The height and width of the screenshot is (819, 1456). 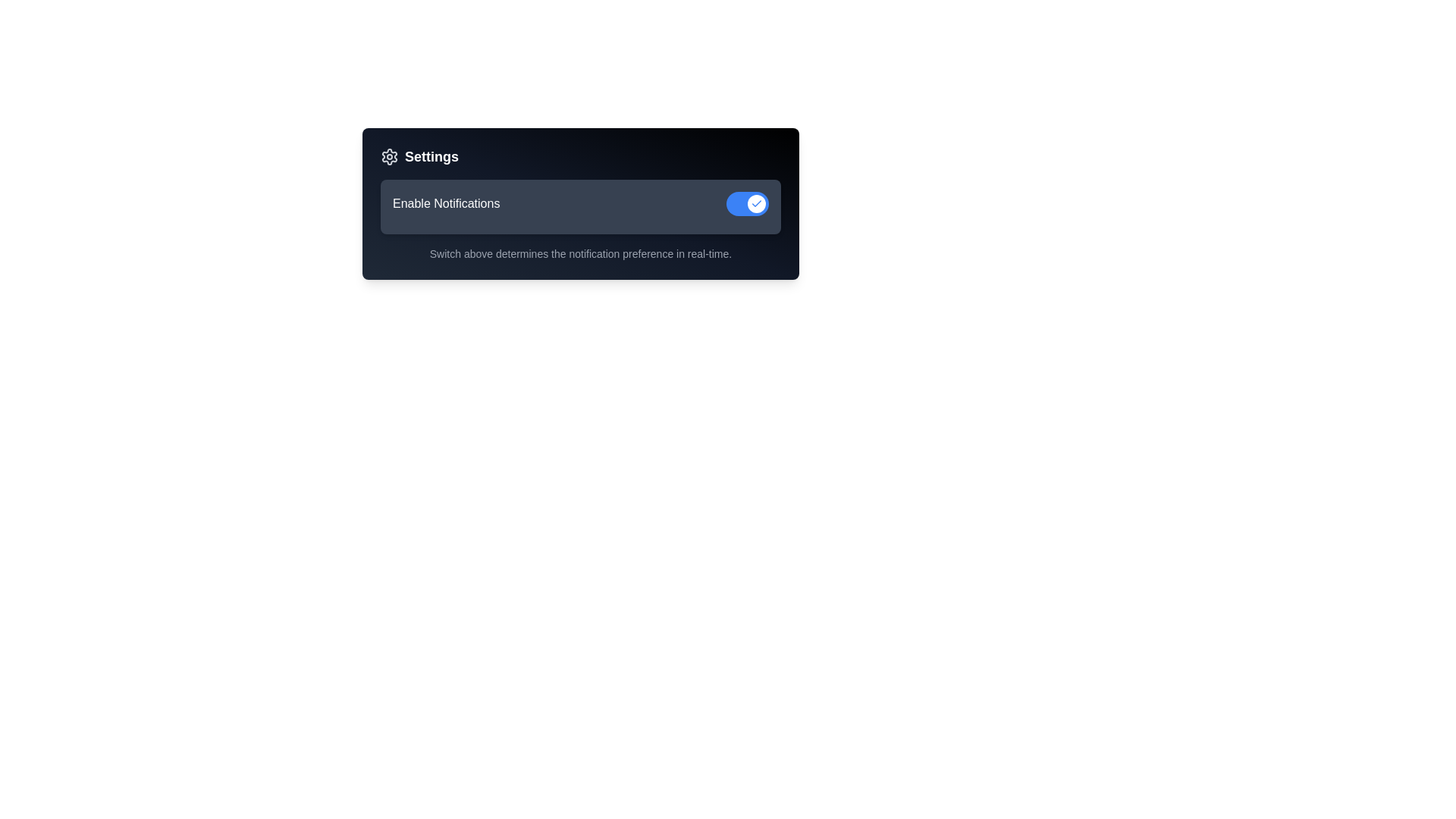 I want to click on the settings icon located in the top-left corner of the panel header labeled 'Settings', so click(x=389, y=157).